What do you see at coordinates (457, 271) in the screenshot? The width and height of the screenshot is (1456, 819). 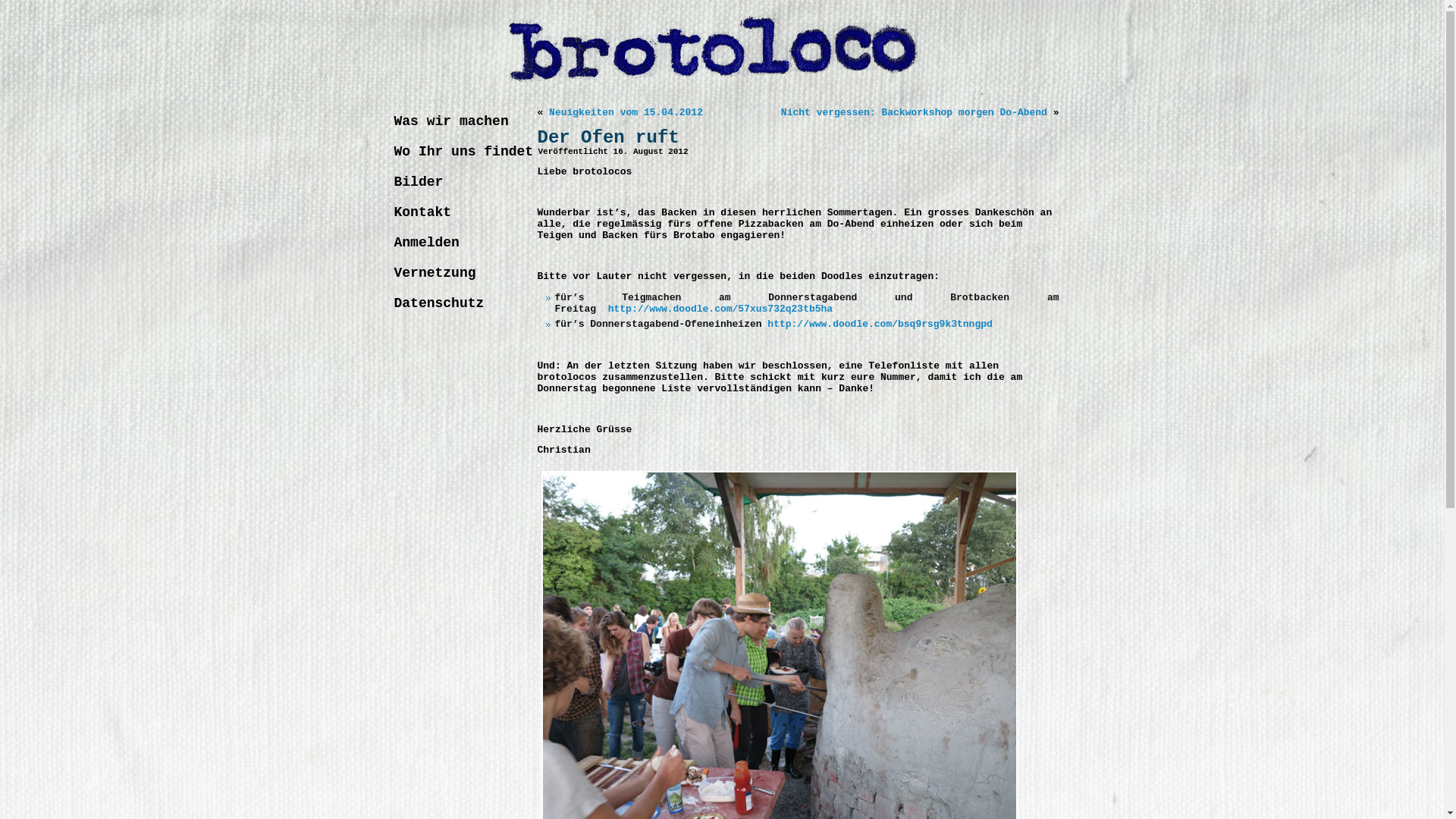 I see `'Vernetzung'` at bounding box center [457, 271].